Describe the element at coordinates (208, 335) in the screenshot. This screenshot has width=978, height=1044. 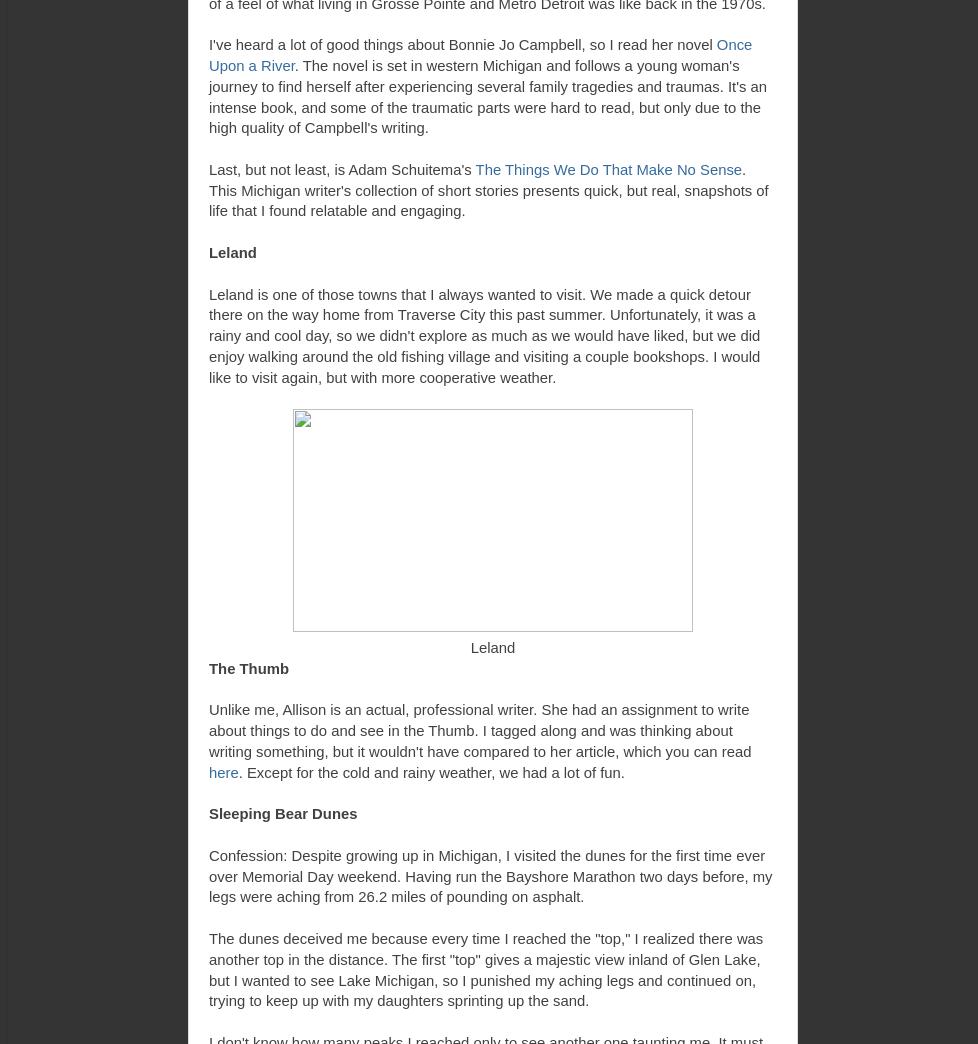
I see `'Leland is one of those towns that I always wanted to visit. We made a quick detour there on the way home from Traverse City this past summer. Unfortunately, it was a rainy and cool day, so we didn't explore as much as we would have liked, but we did enjoy walking around the old fishing village and visiting a couple bookshops. I would like to visit again, but with more cooperative weather.'` at that location.